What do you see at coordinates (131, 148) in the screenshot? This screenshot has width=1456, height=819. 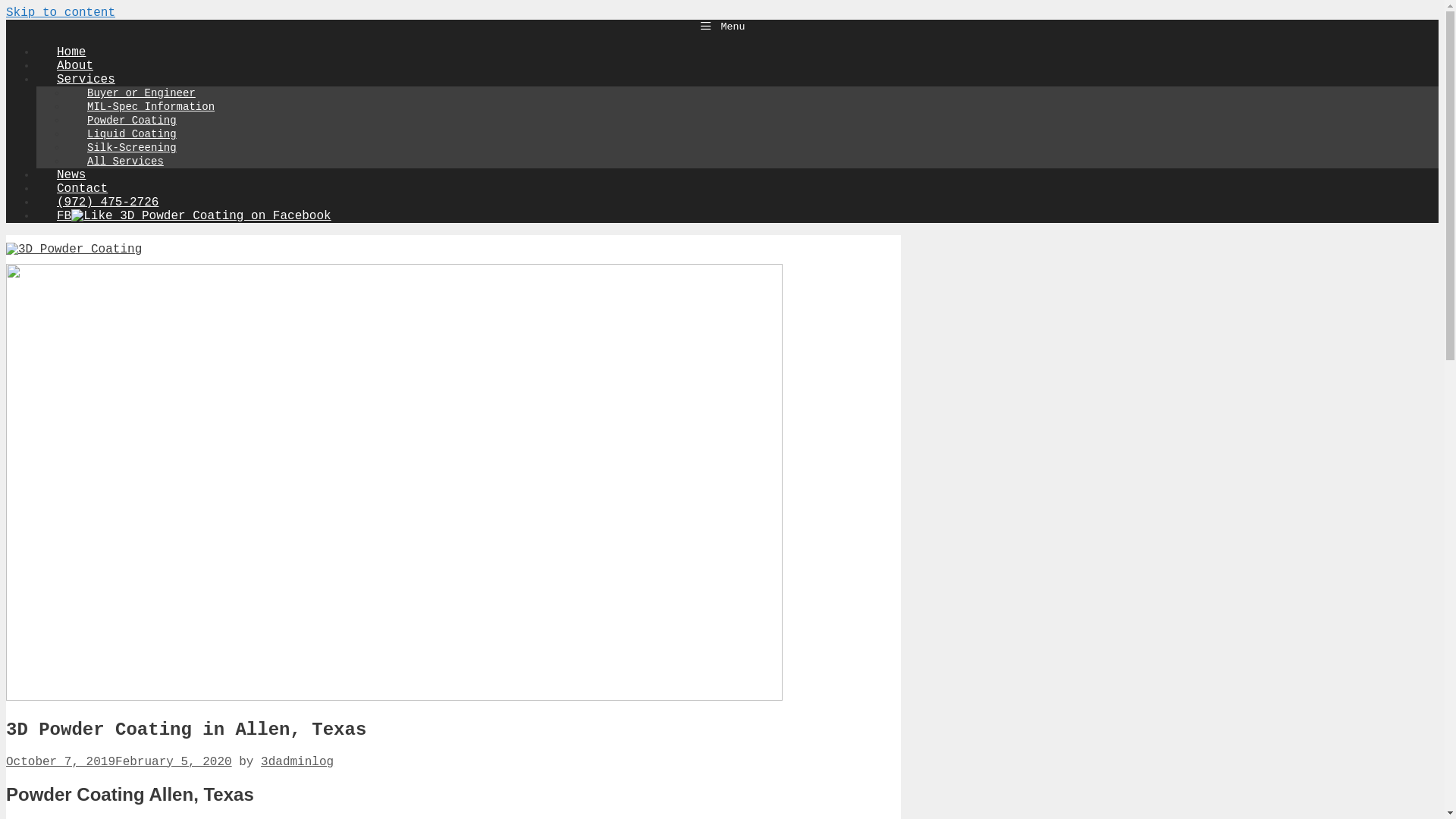 I see `'Silk-Screening'` at bounding box center [131, 148].